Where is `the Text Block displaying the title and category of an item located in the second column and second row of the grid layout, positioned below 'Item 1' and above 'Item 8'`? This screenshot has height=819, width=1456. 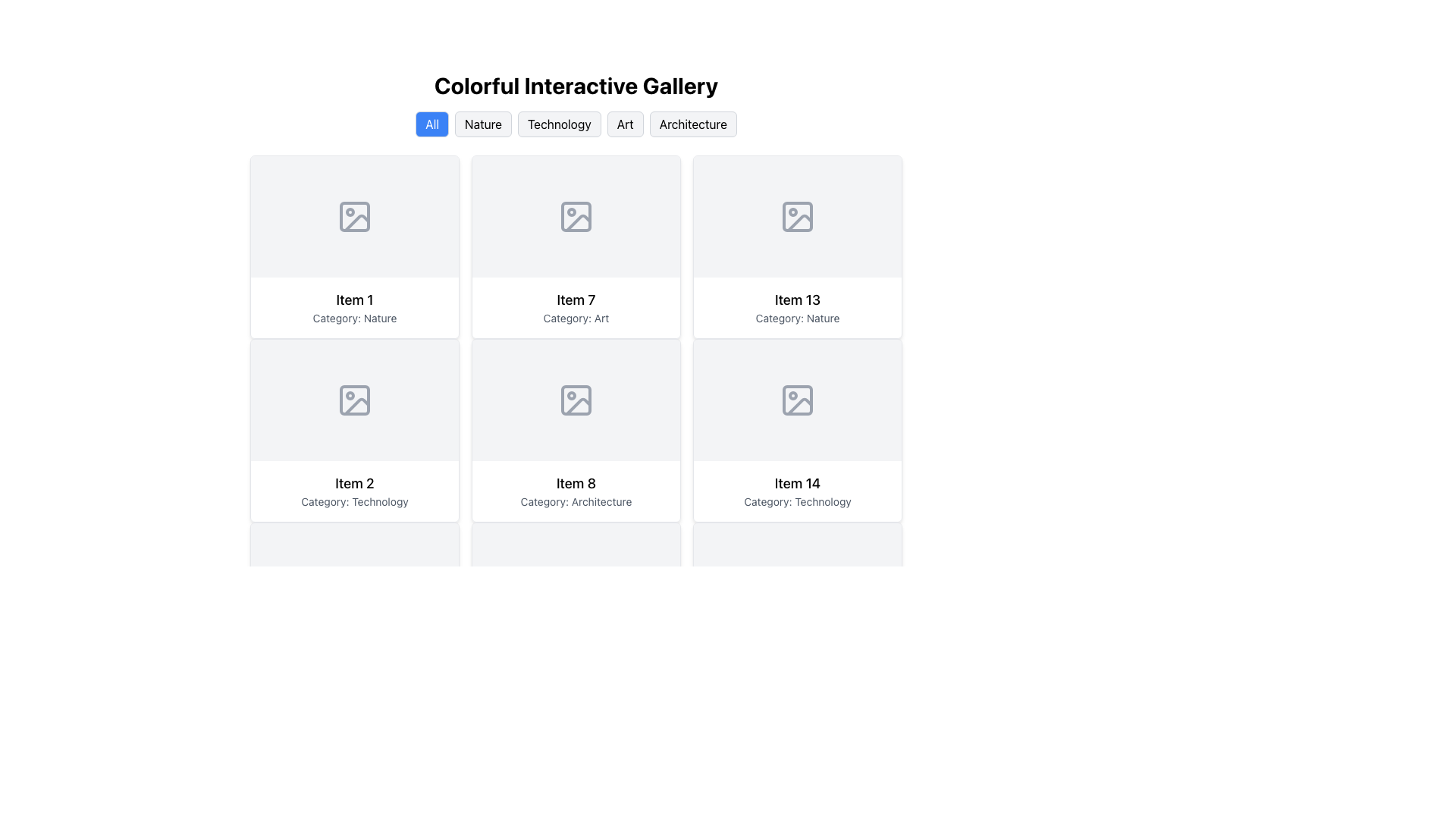
the Text Block displaying the title and category of an item located in the second column and second row of the grid layout, positioned below 'Item 1' and above 'Item 8' is located at coordinates (353, 491).